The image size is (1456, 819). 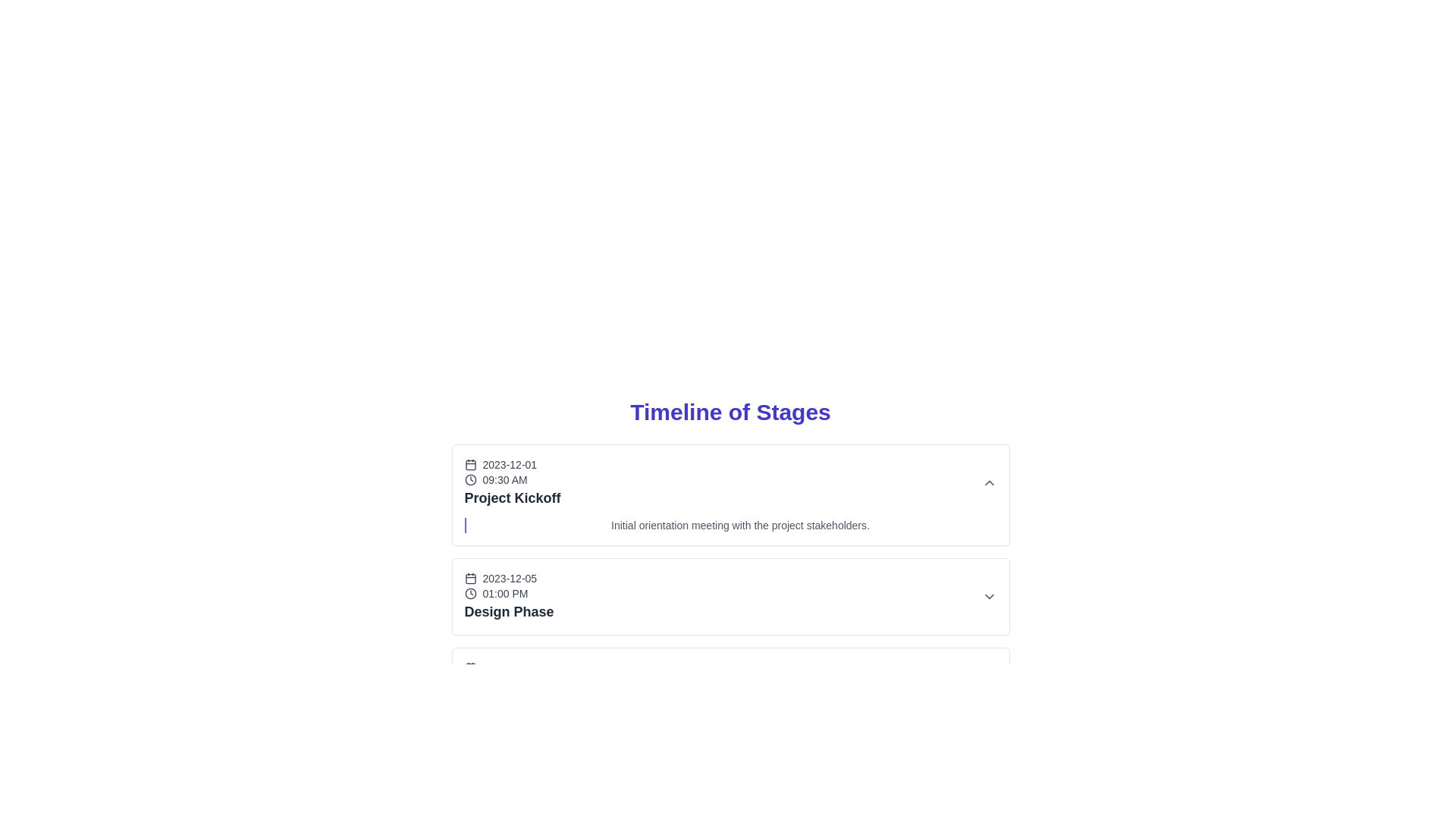 What do you see at coordinates (469, 479) in the screenshot?
I see `time indicator icon located to the left of the '09:30 AM' text in the event card for 'Project Kickoff'` at bounding box center [469, 479].